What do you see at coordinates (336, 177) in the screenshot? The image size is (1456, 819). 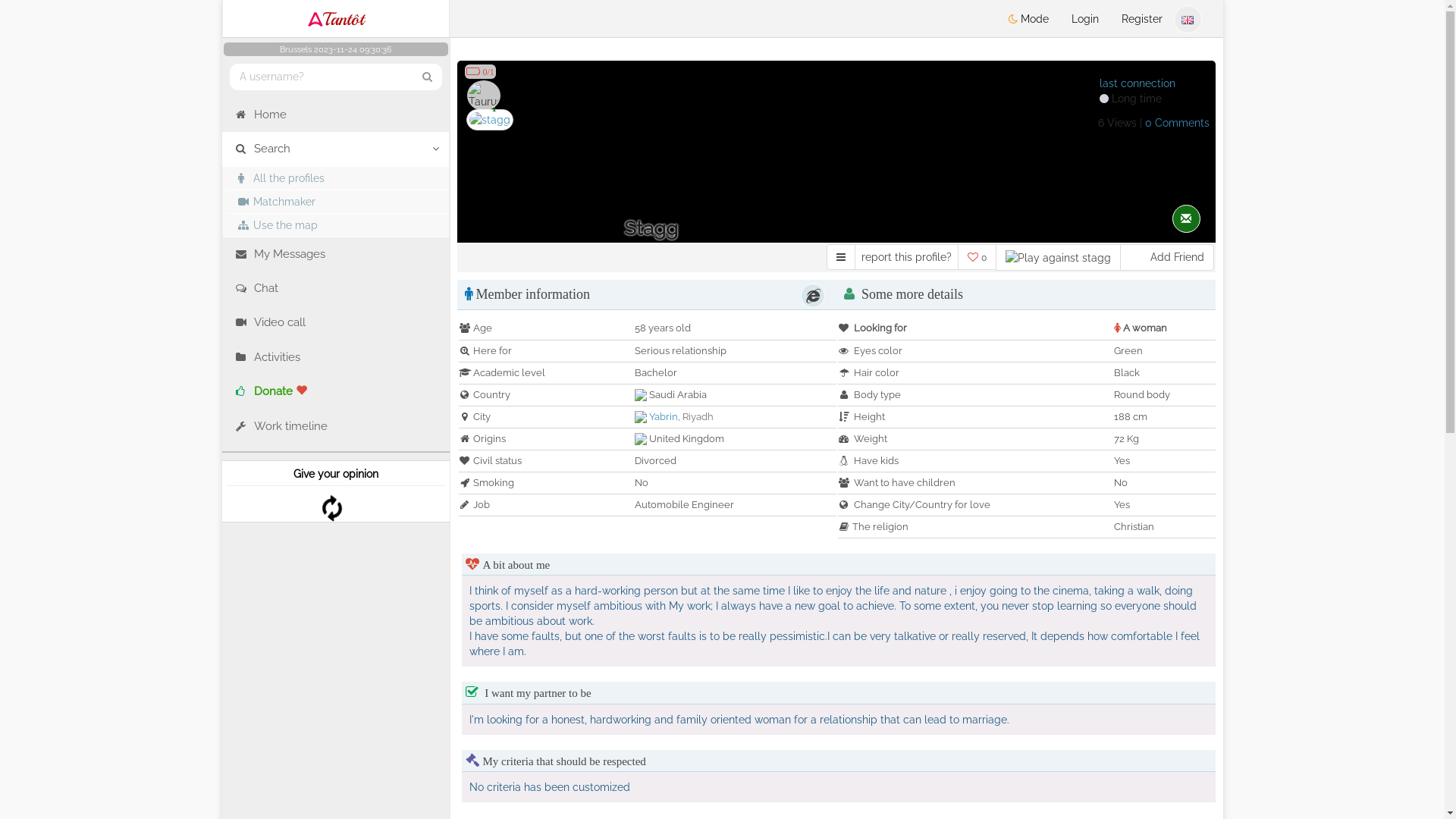 I see `'All the profiles'` at bounding box center [336, 177].